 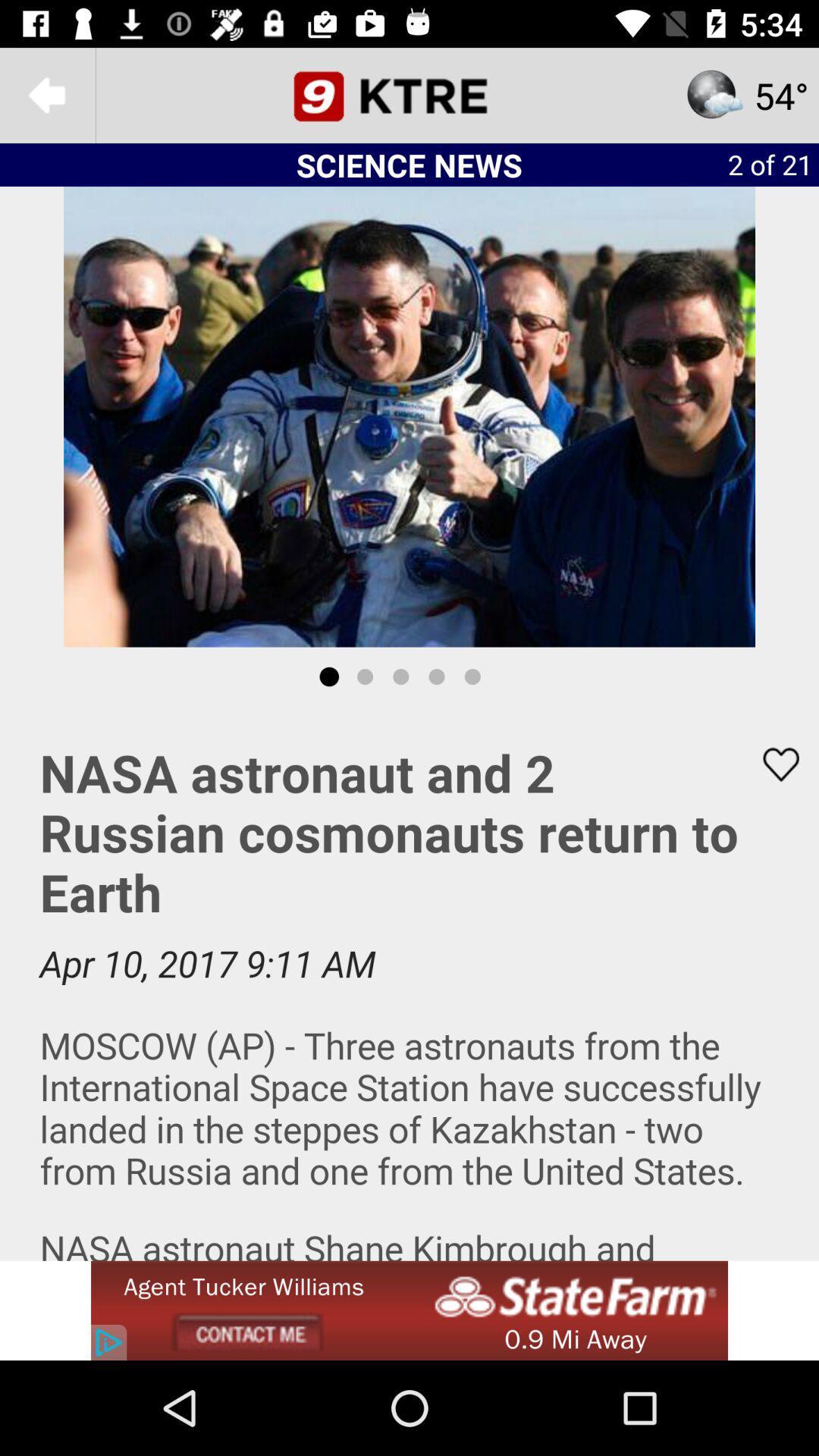 I want to click on advertisement page, so click(x=409, y=984).